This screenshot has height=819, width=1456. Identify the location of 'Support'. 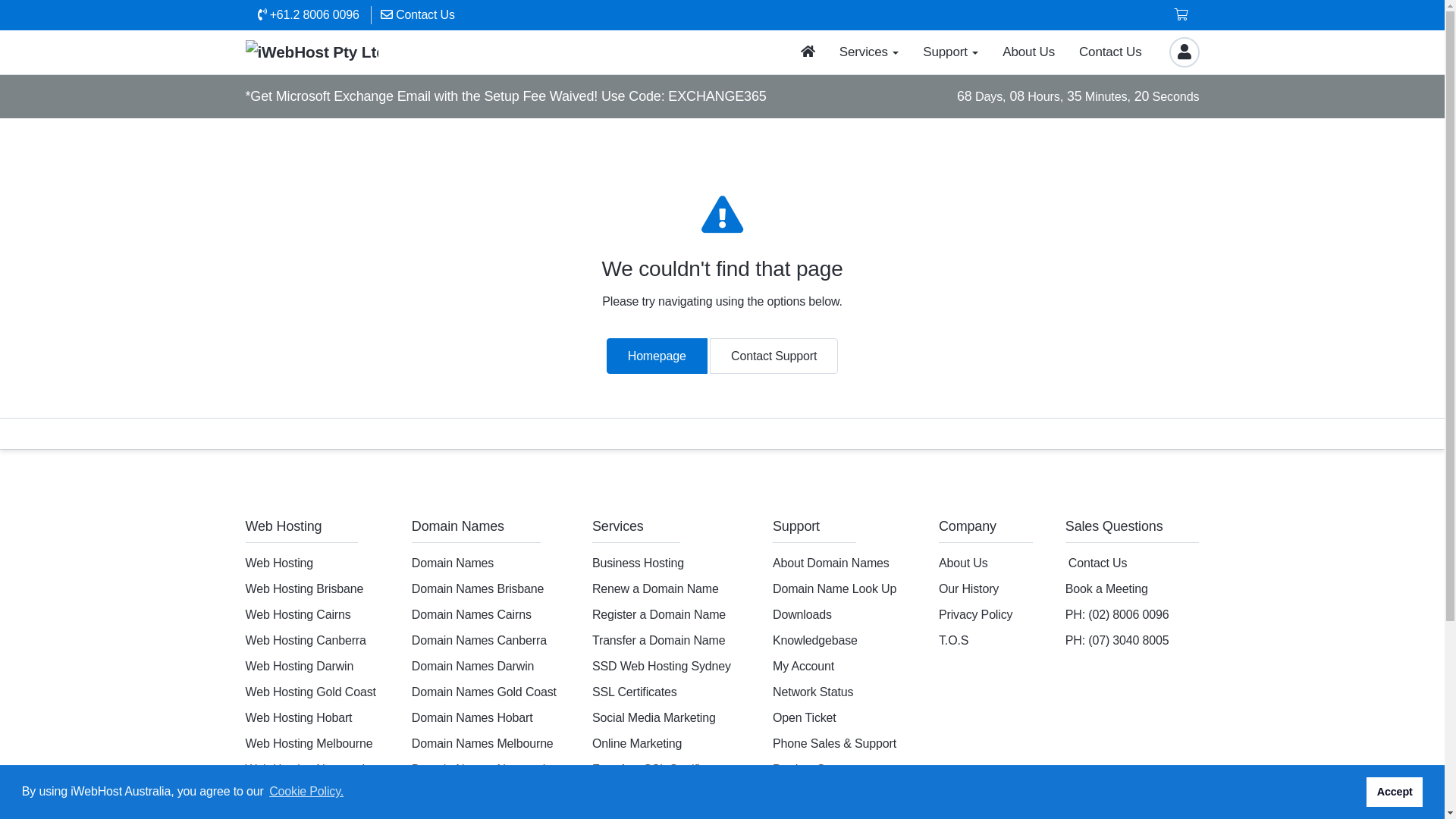
(910, 52).